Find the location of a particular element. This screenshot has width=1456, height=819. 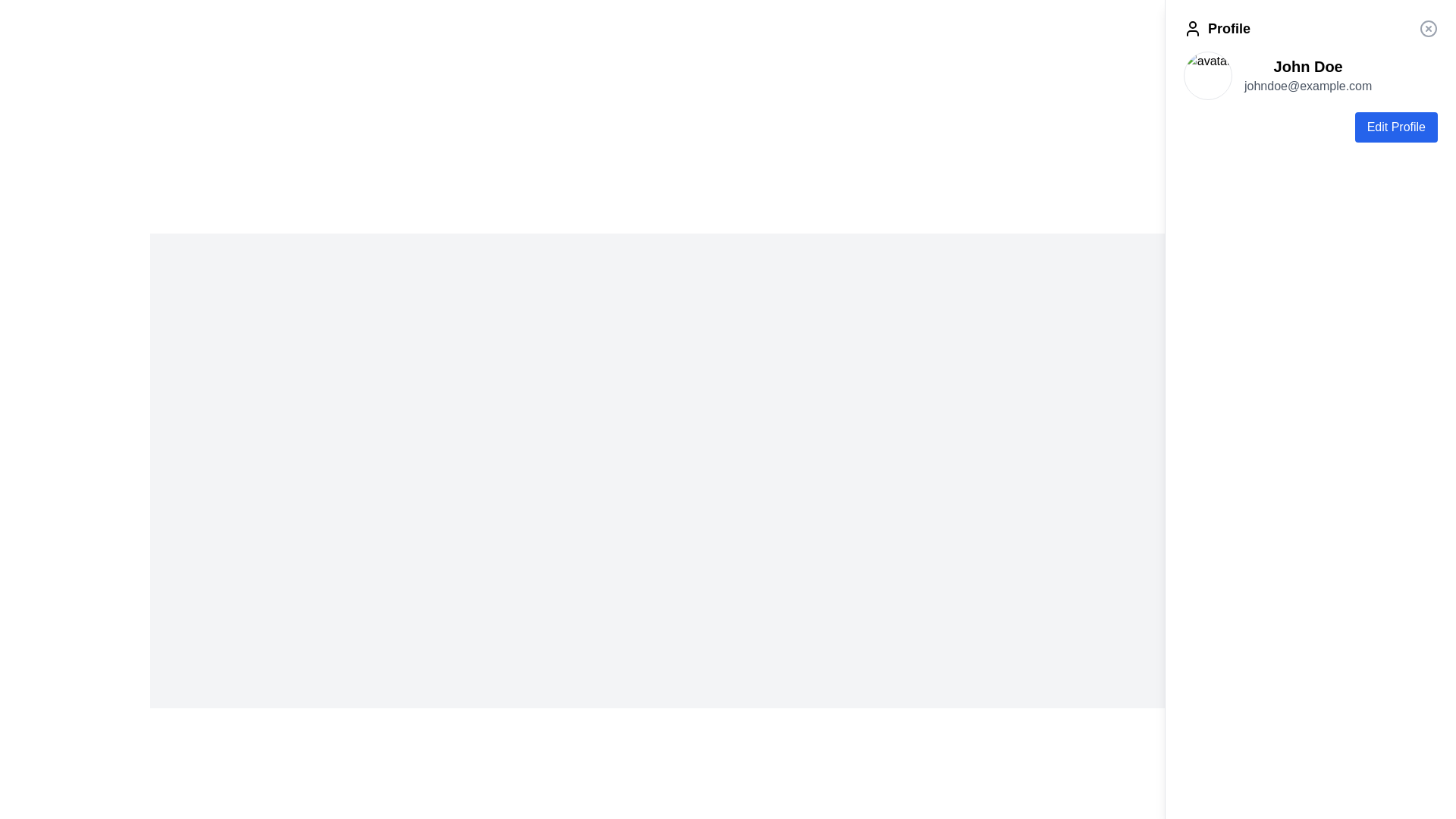

the circular close button with an 'X' icon located in the top-right corner of the profile section is located at coordinates (1427, 29).